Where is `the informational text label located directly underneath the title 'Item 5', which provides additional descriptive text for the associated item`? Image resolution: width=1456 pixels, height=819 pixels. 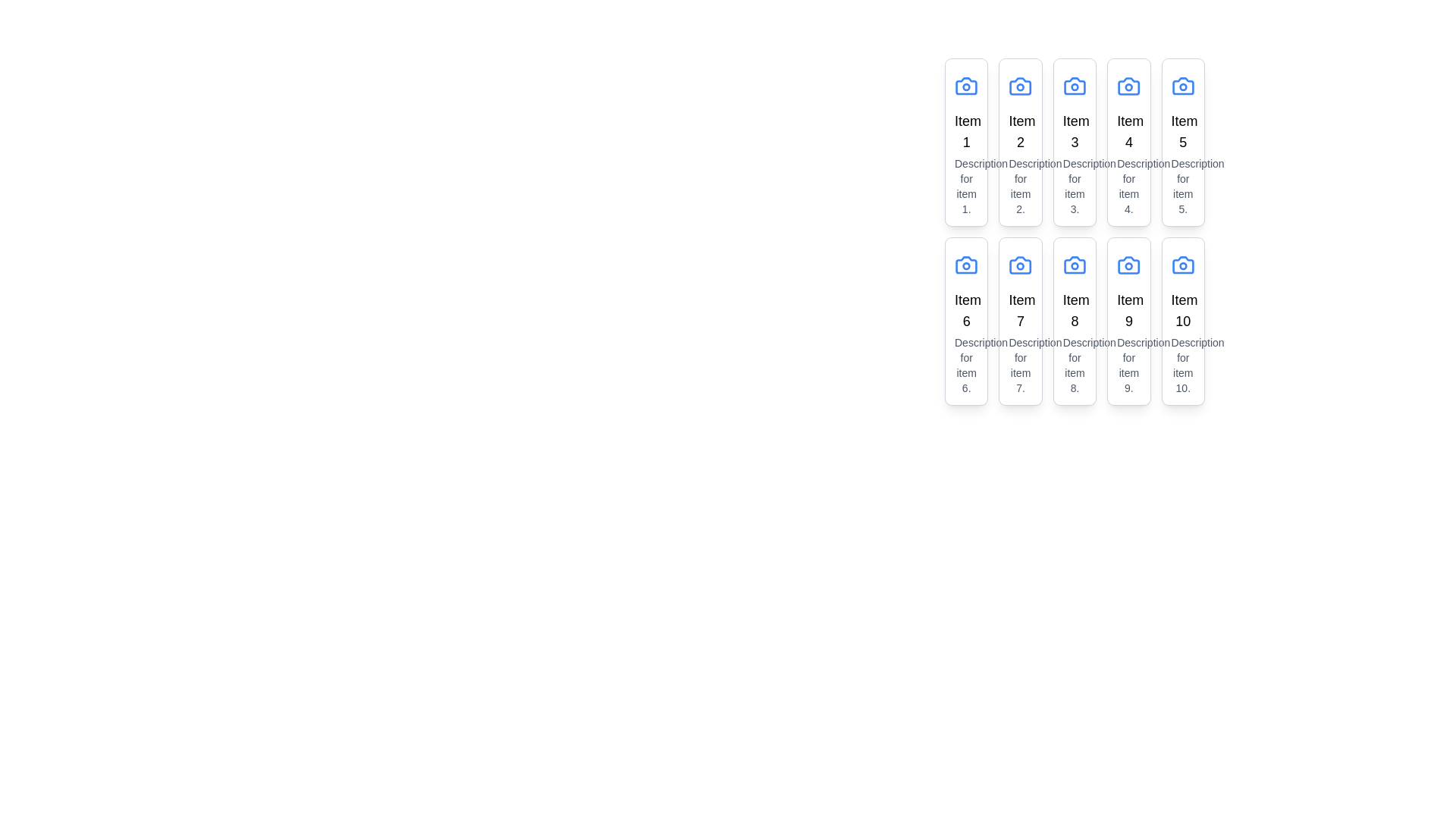 the informational text label located directly underneath the title 'Item 5', which provides additional descriptive text for the associated item is located at coordinates (1182, 186).